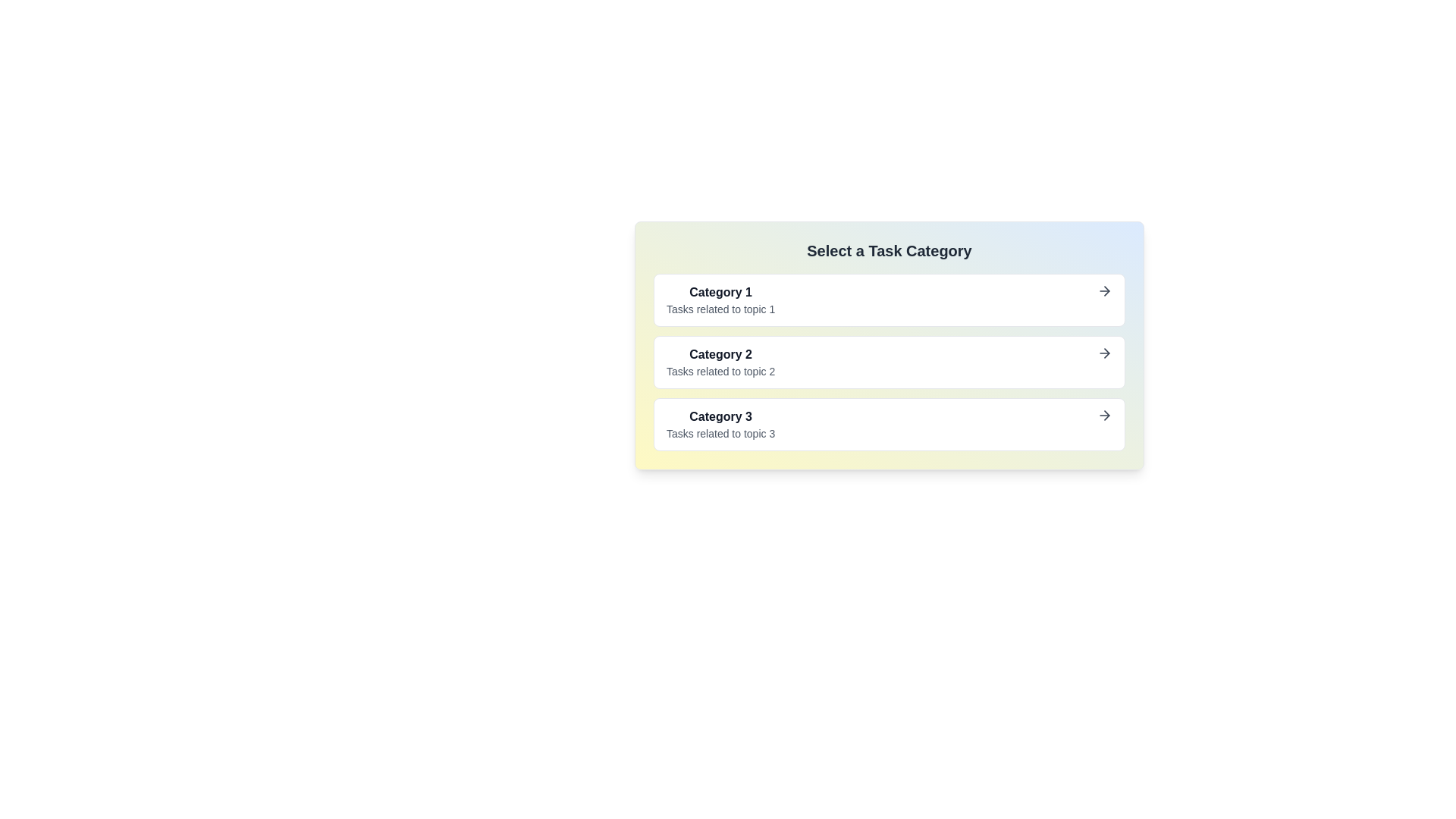 This screenshot has height=819, width=1456. What do you see at coordinates (720, 354) in the screenshot?
I see `the second text label in the vertically stacked list of categories, which serves as a header for tasks related to topic 2` at bounding box center [720, 354].